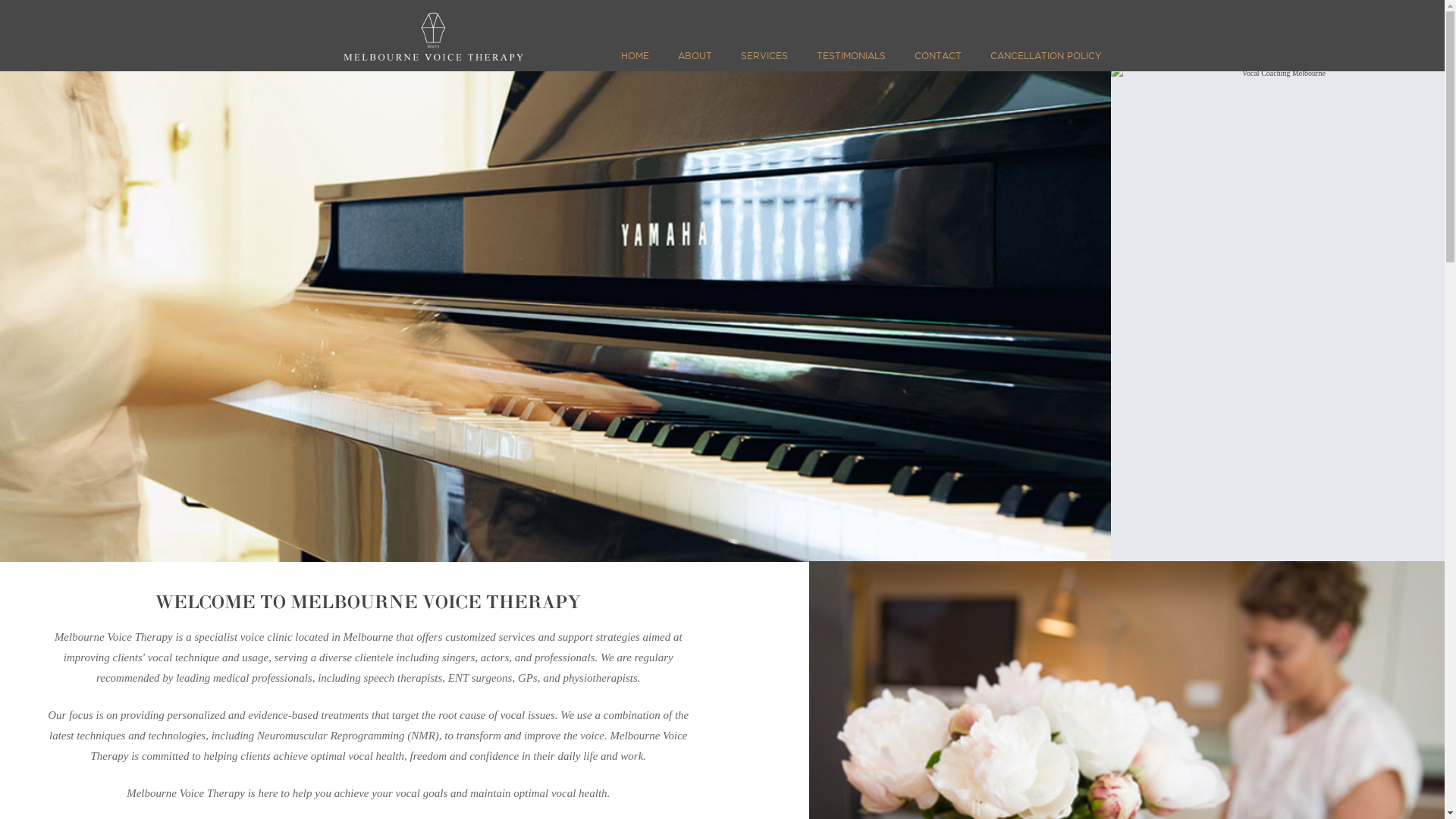  I want to click on 'CONTACT', so click(937, 61).